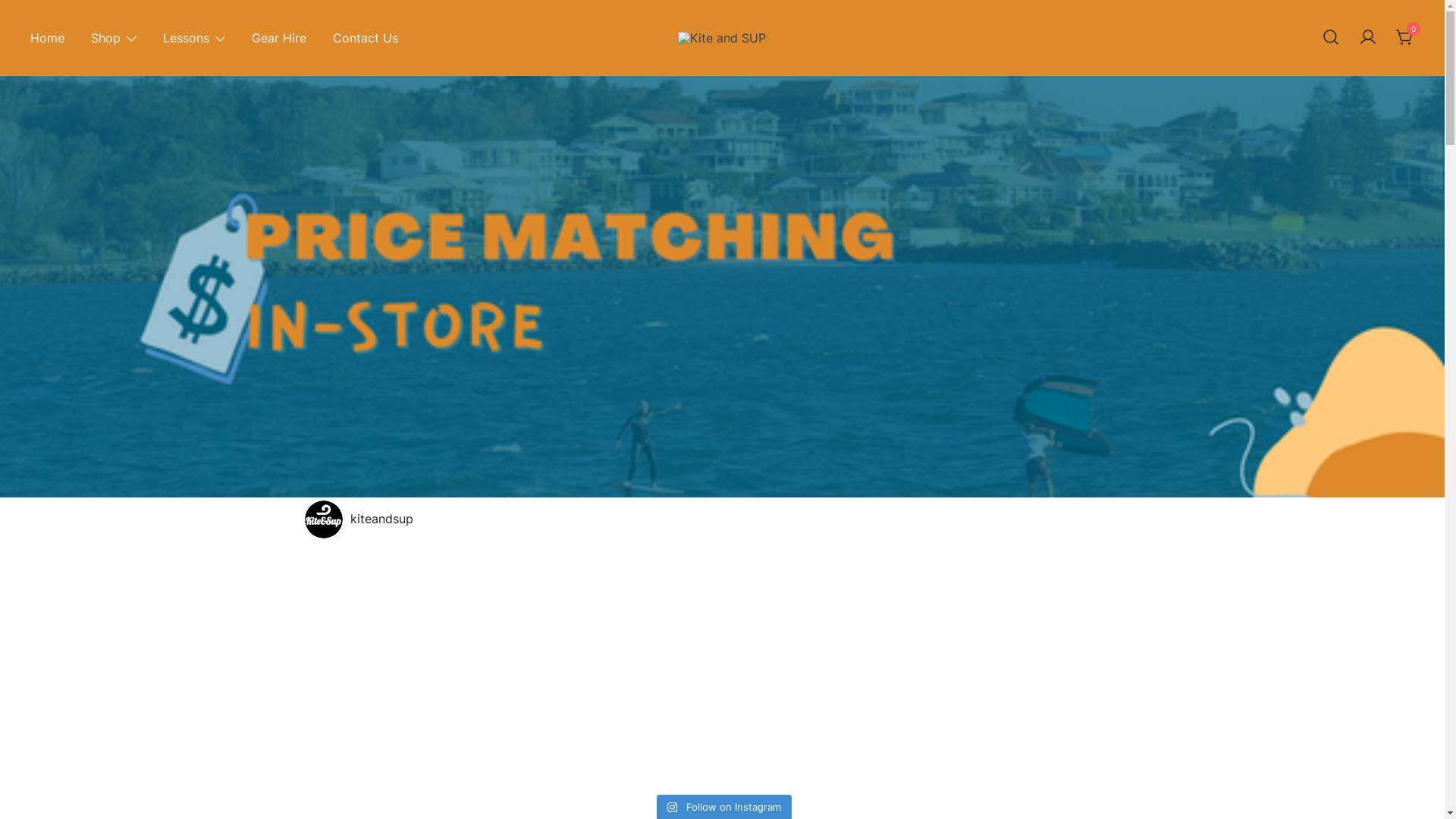 This screenshot has width=1456, height=819. What do you see at coordinates (1330, 36) in the screenshot?
I see `'Search for a product'` at bounding box center [1330, 36].